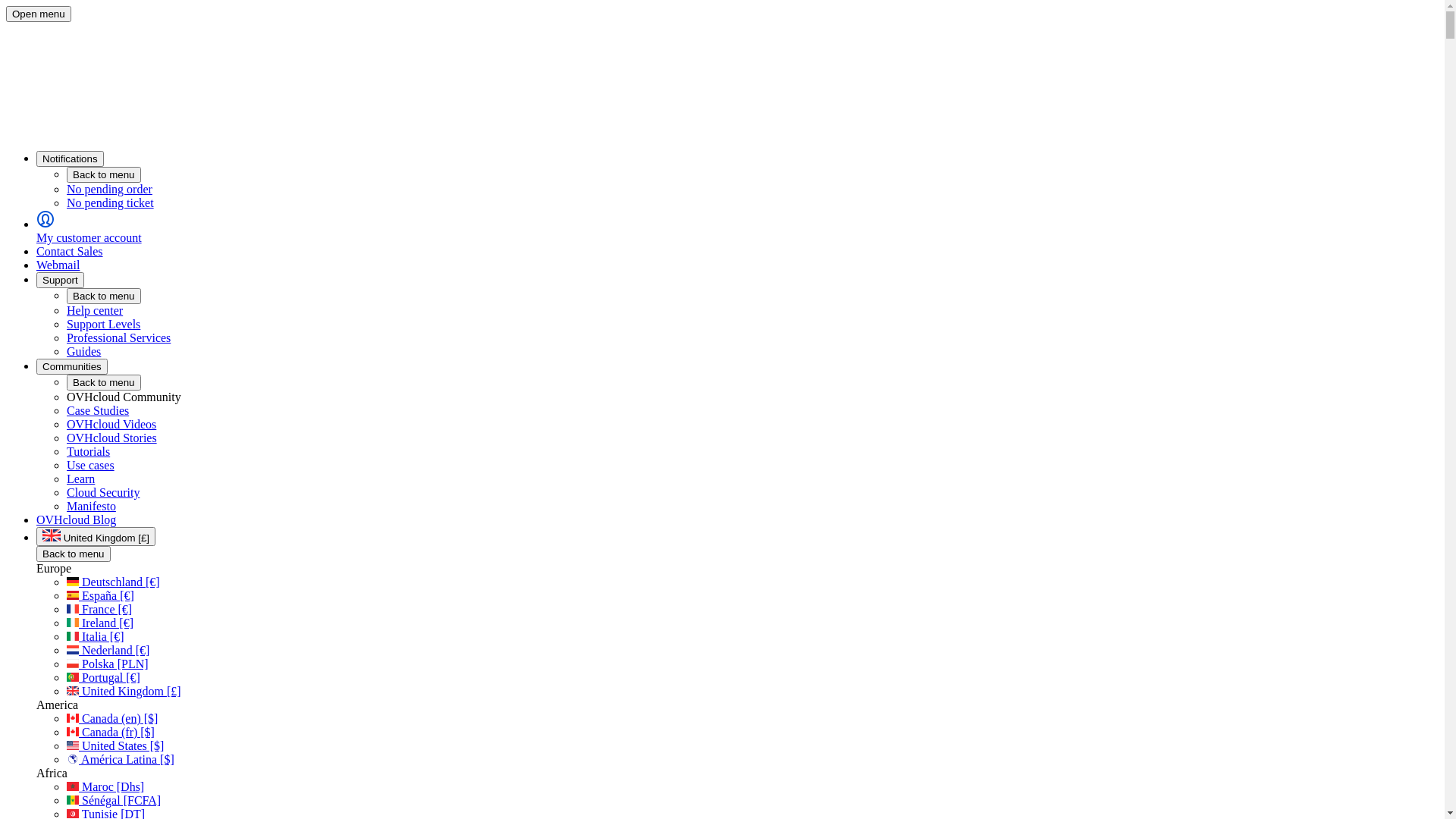  I want to click on 'OVHcloud Stories', so click(111, 438).